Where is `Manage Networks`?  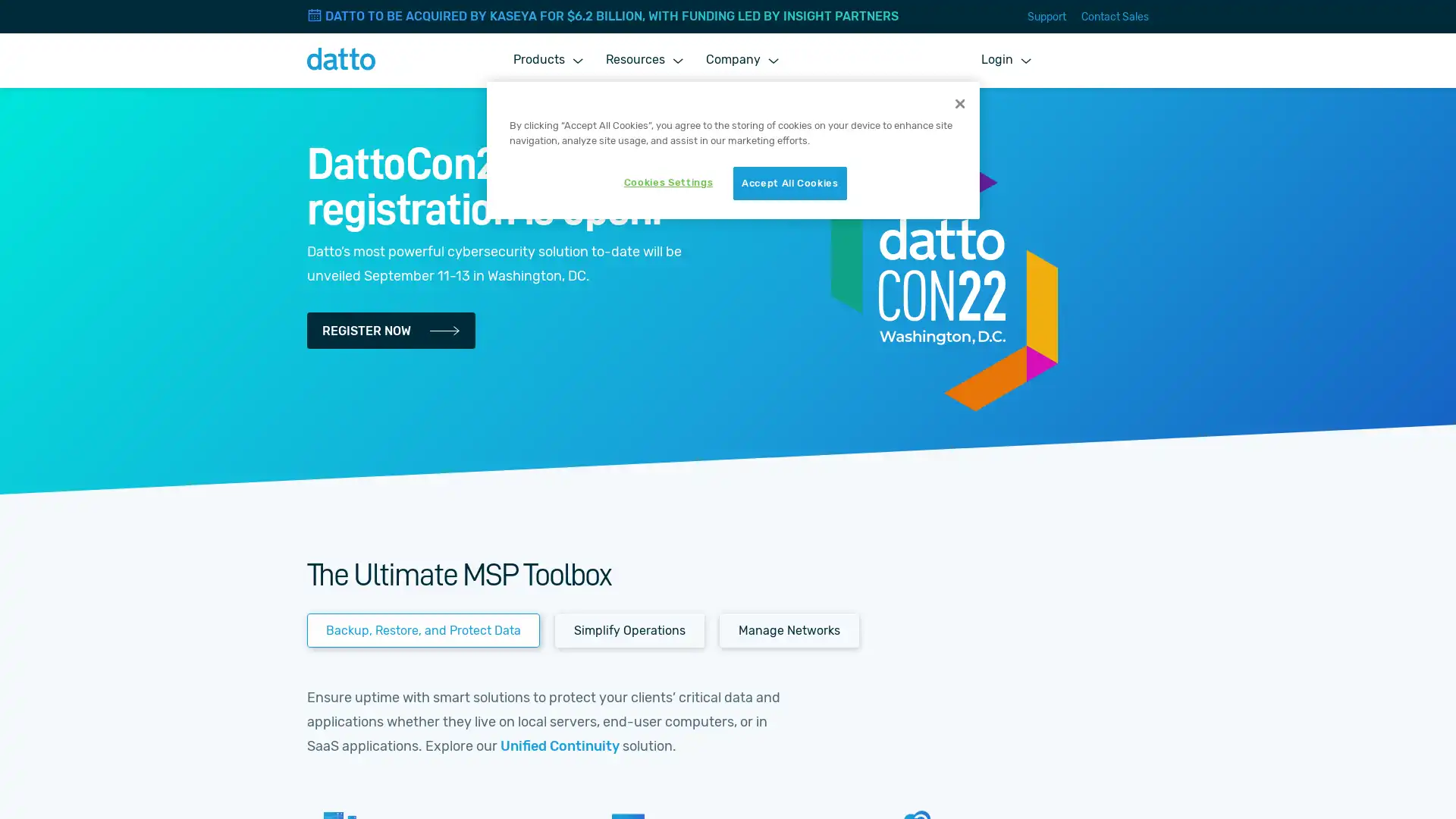 Manage Networks is located at coordinates (789, 630).